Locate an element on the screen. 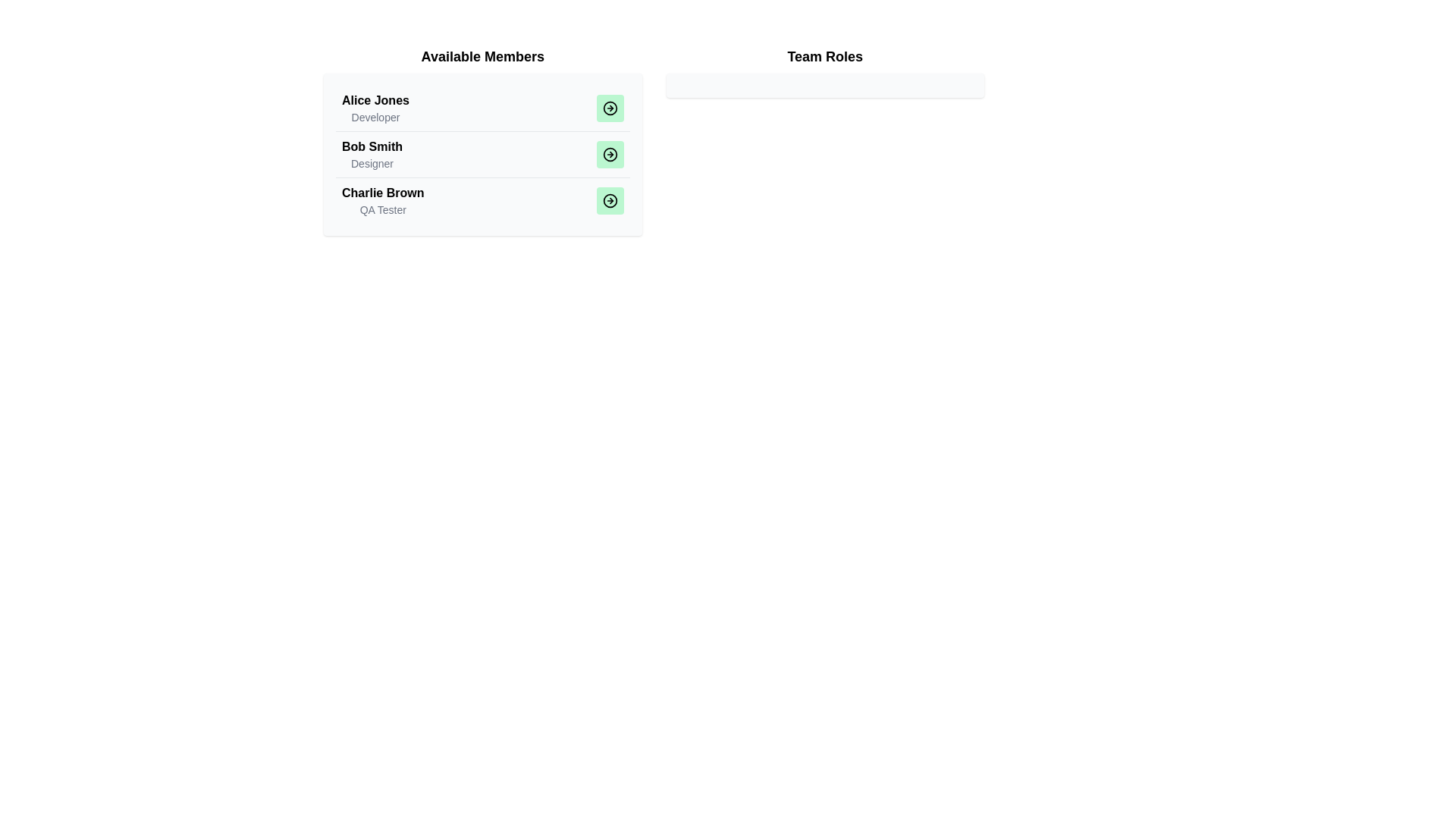  the button corresponding to Bob Smith is located at coordinates (610, 155).